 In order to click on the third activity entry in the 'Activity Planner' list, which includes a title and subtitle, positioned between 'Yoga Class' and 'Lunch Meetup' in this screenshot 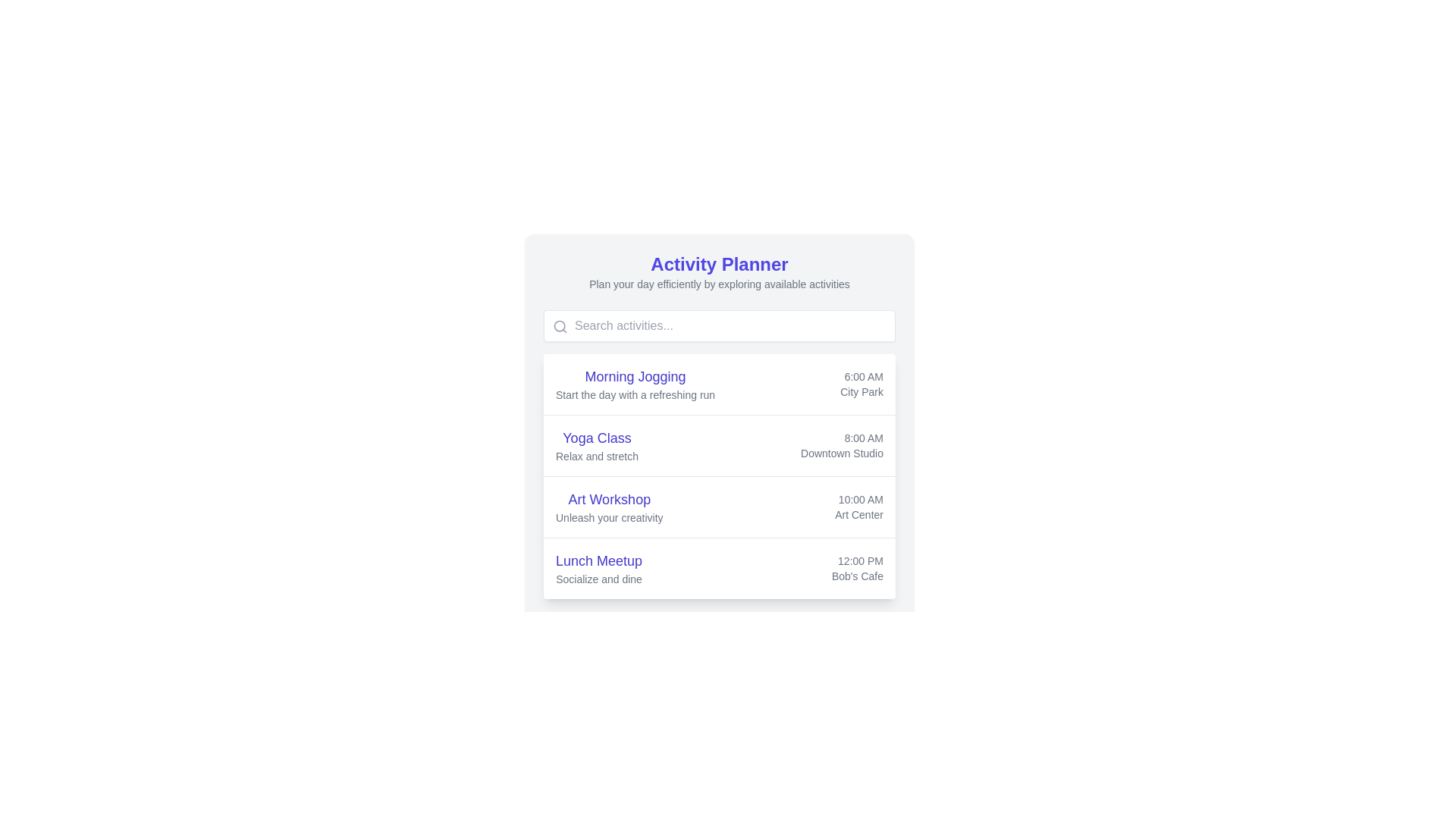, I will do `click(609, 507)`.